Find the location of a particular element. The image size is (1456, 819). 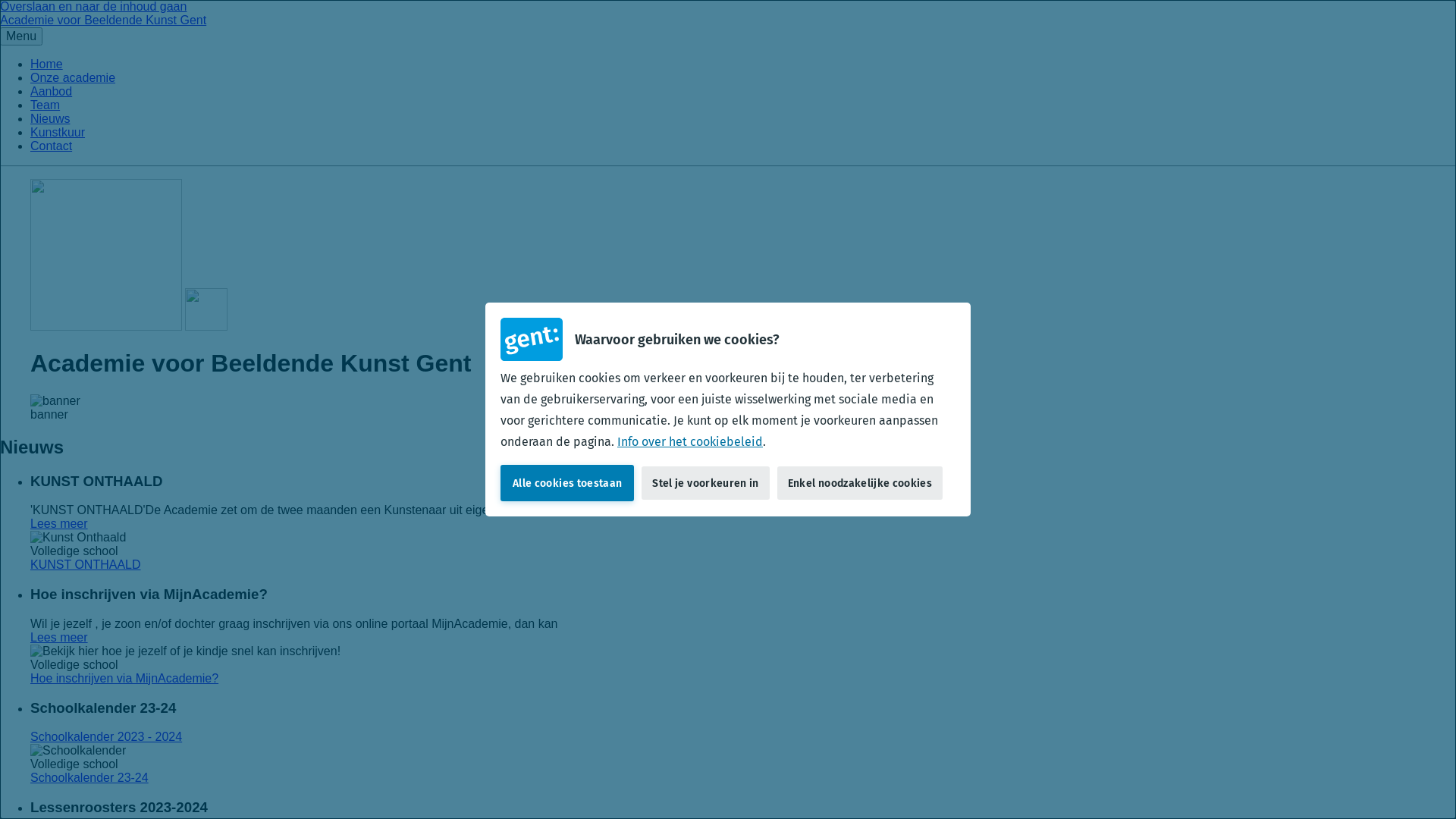

'Info over het cookiebeleid' is located at coordinates (617, 441).